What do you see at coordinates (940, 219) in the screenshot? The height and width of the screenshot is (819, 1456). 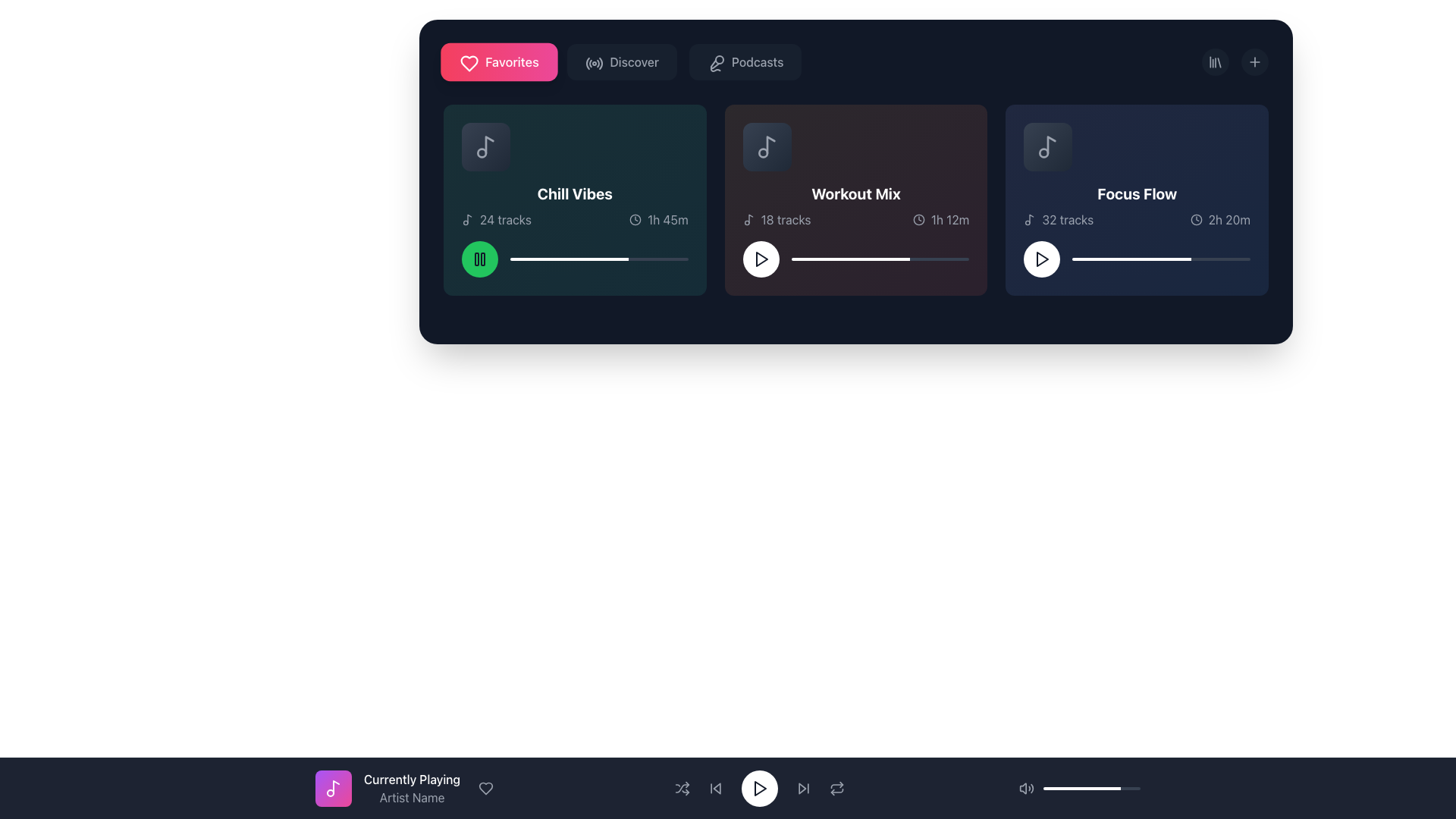 I see `the static informational component displaying the clock icon and text '1h 12m' in the bottom right section of the 'Workout Mix' playlist card` at bounding box center [940, 219].